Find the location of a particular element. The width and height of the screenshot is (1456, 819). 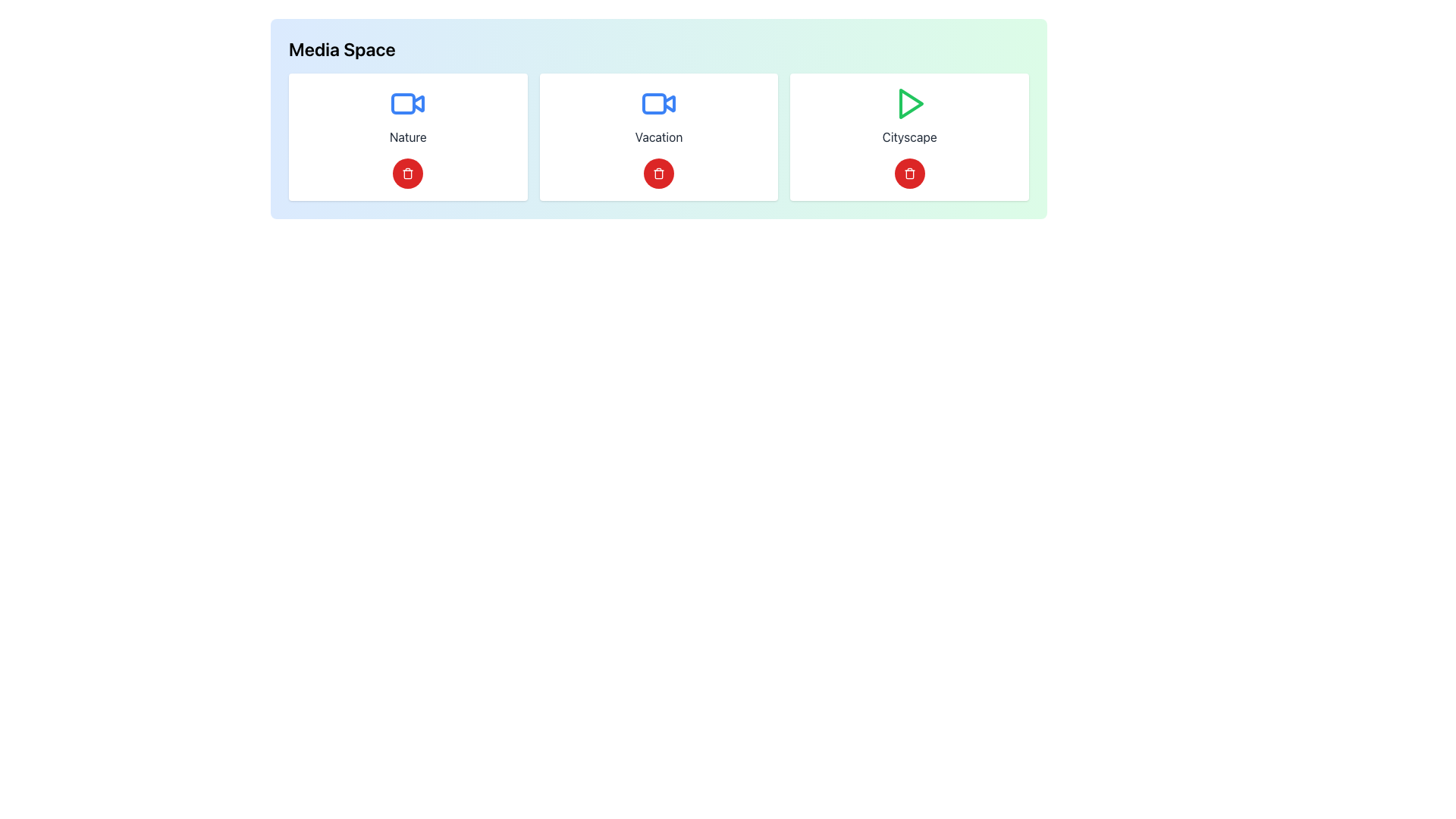

the delete button located at the bottom-center of the 'Nature' card is located at coordinates (408, 172).